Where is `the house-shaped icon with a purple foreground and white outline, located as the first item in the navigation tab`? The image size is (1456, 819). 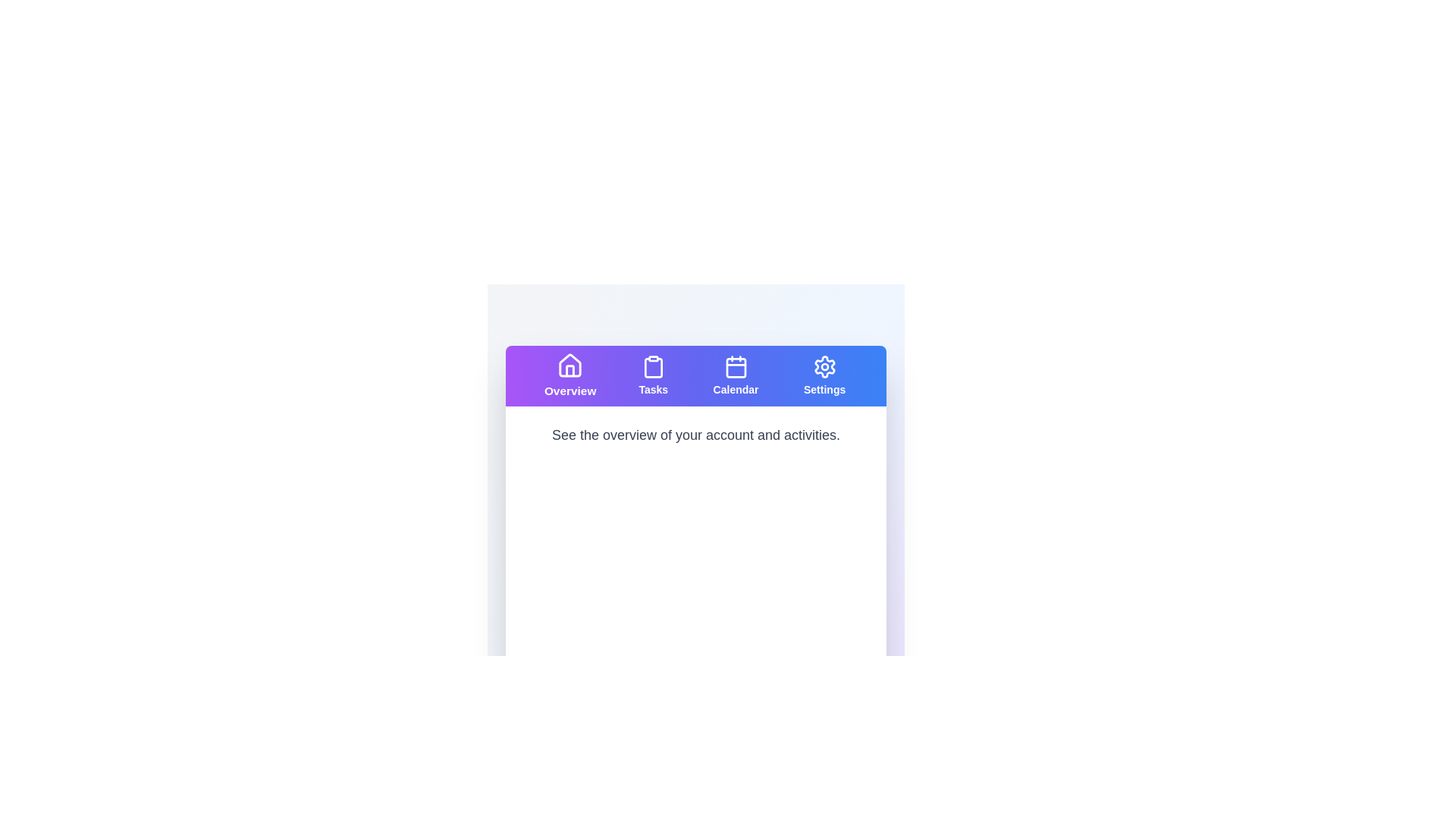
the house-shaped icon with a purple foreground and white outline, located as the first item in the navigation tab is located at coordinates (569, 366).